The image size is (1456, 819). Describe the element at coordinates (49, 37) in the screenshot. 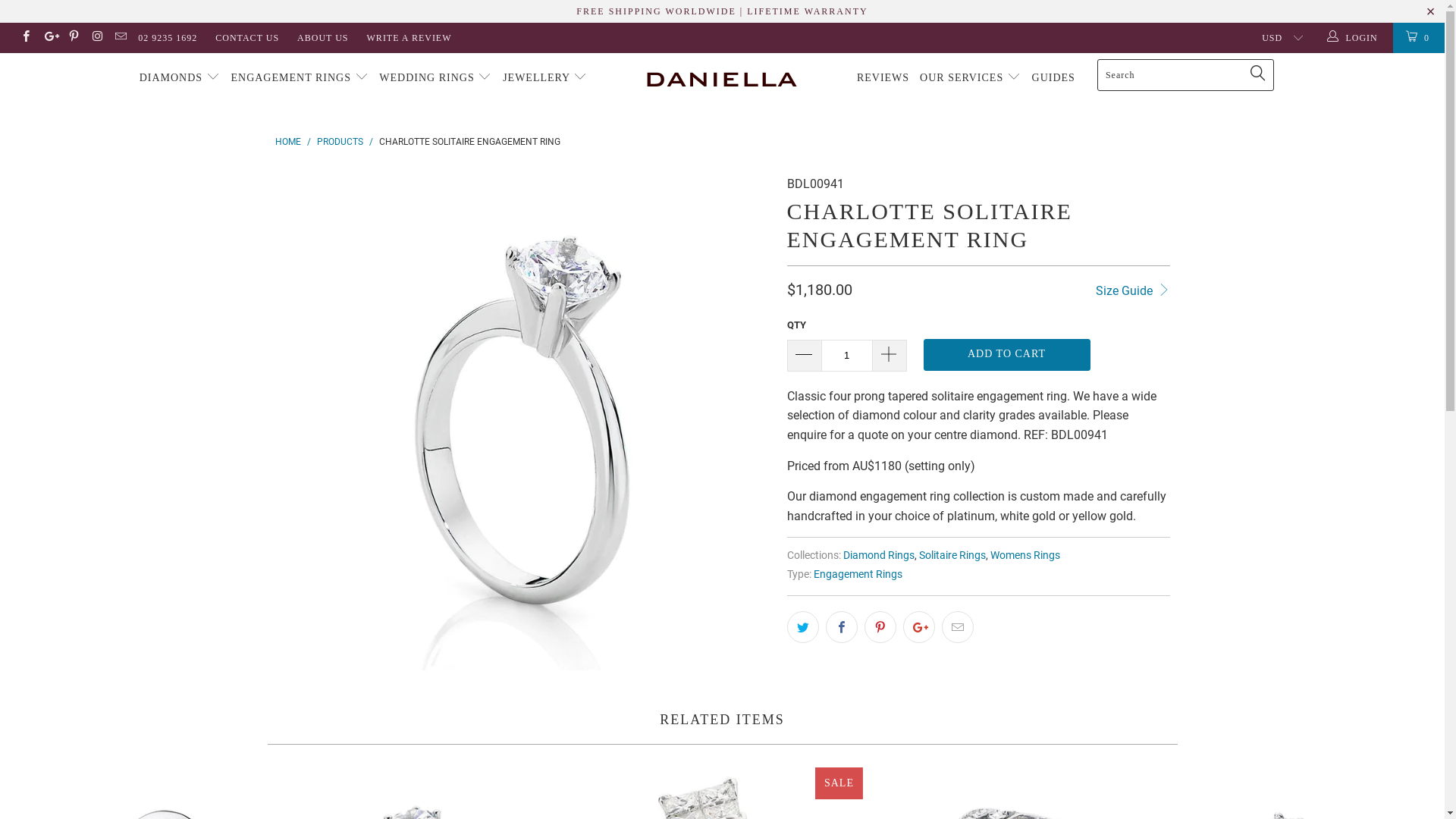

I see `'Daniella Jewellers on Google+'` at that location.